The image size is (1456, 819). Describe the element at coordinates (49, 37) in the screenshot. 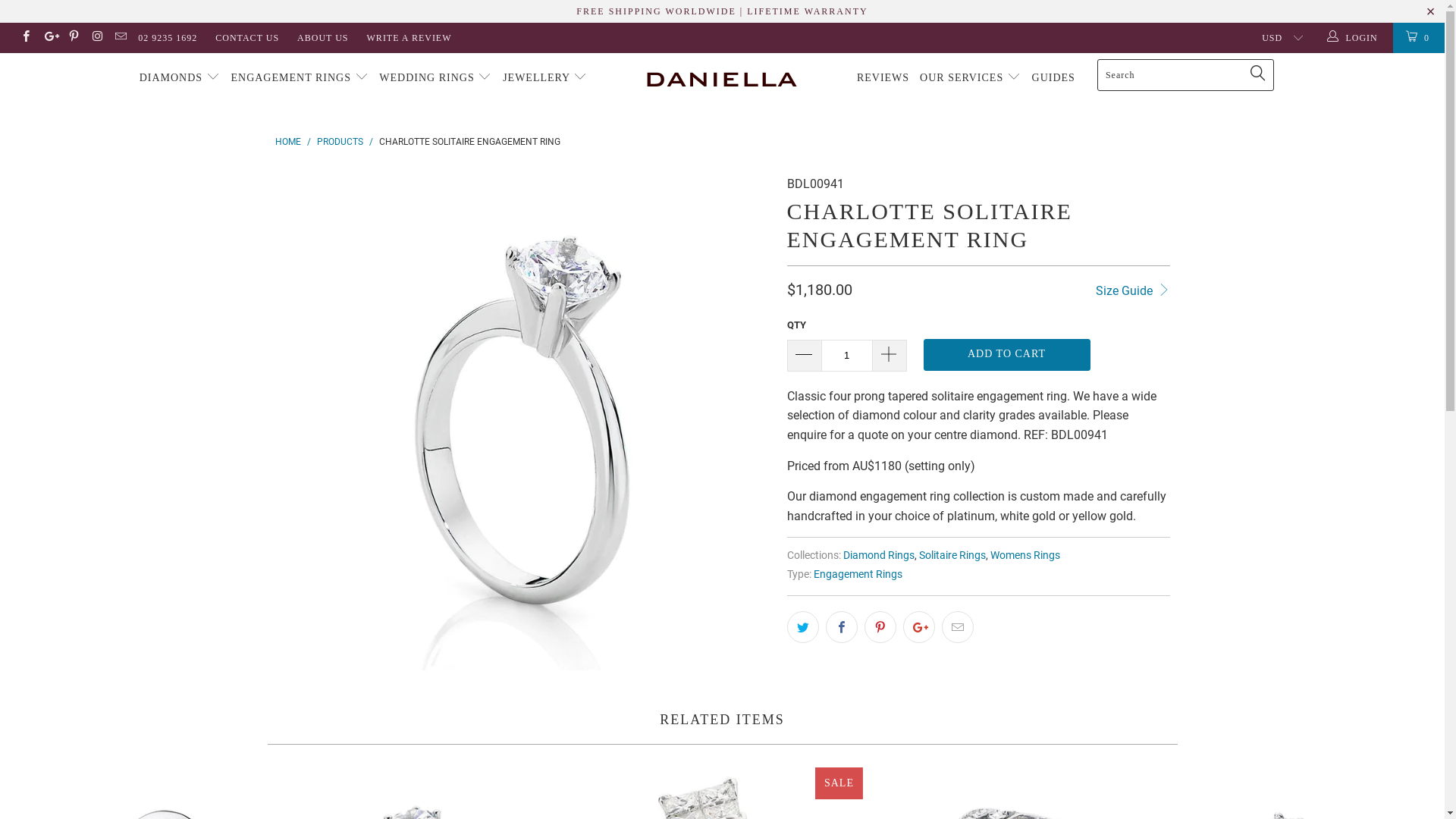

I see `'Daniella Jewellers on Google+'` at that location.